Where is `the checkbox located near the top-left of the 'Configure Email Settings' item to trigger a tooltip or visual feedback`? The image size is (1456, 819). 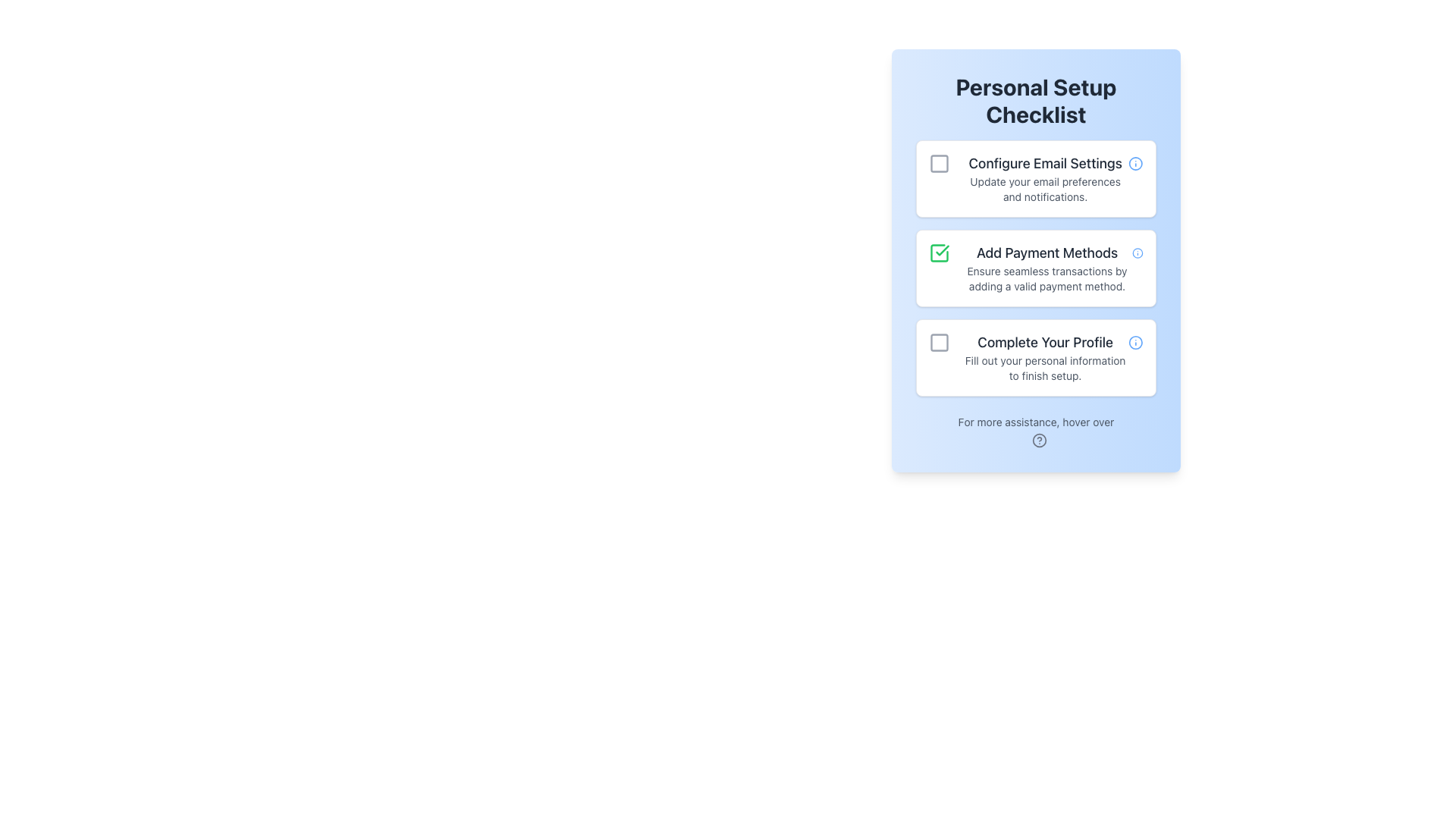 the checkbox located near the top-left of the 'Configure Email Settings' item to trigger a tooltip or visual feedback is located at coordinates (938, 164).